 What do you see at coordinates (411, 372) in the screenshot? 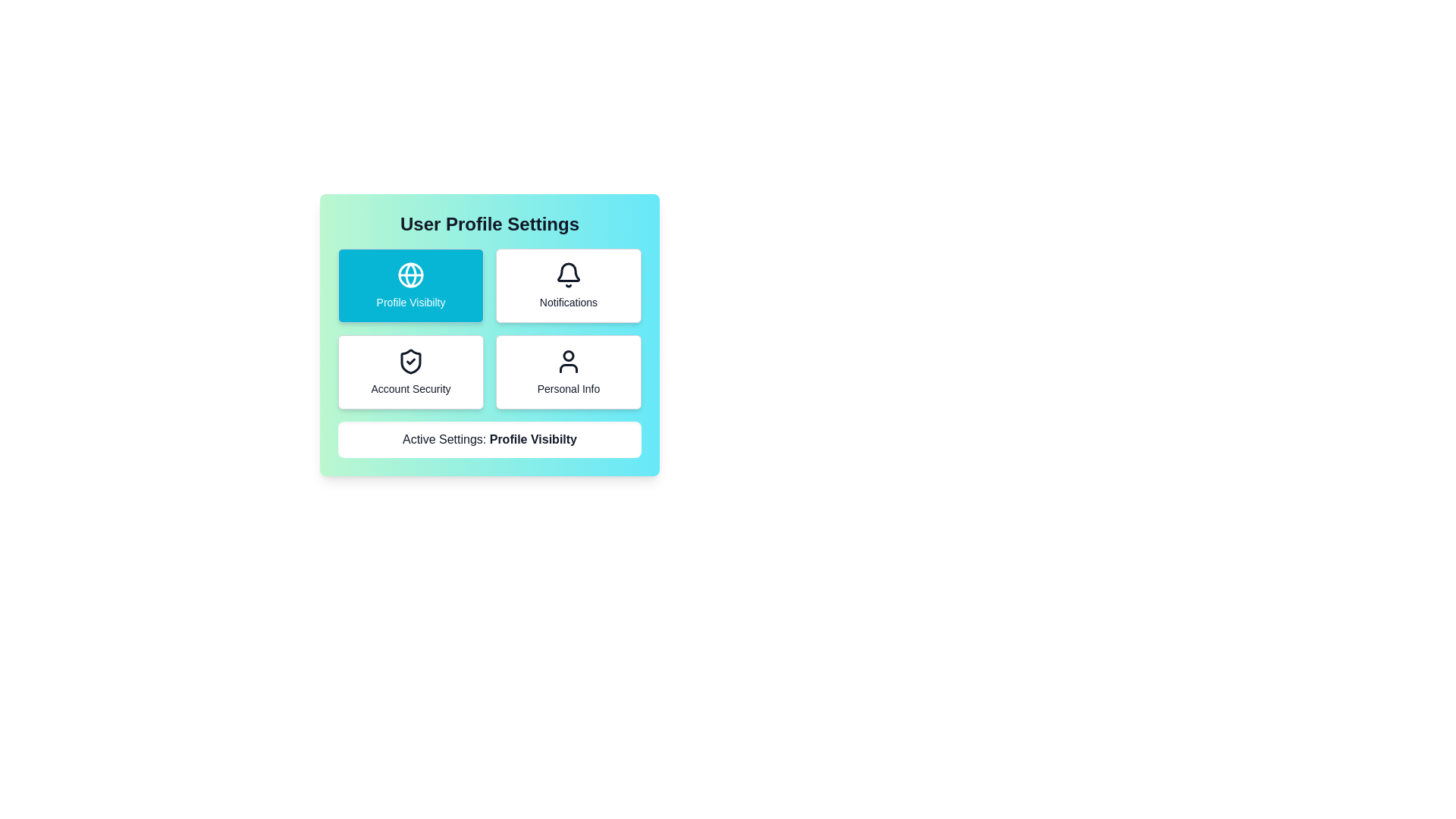
I see `the button corresponding to Account Security` at bounding box center [411, 372].